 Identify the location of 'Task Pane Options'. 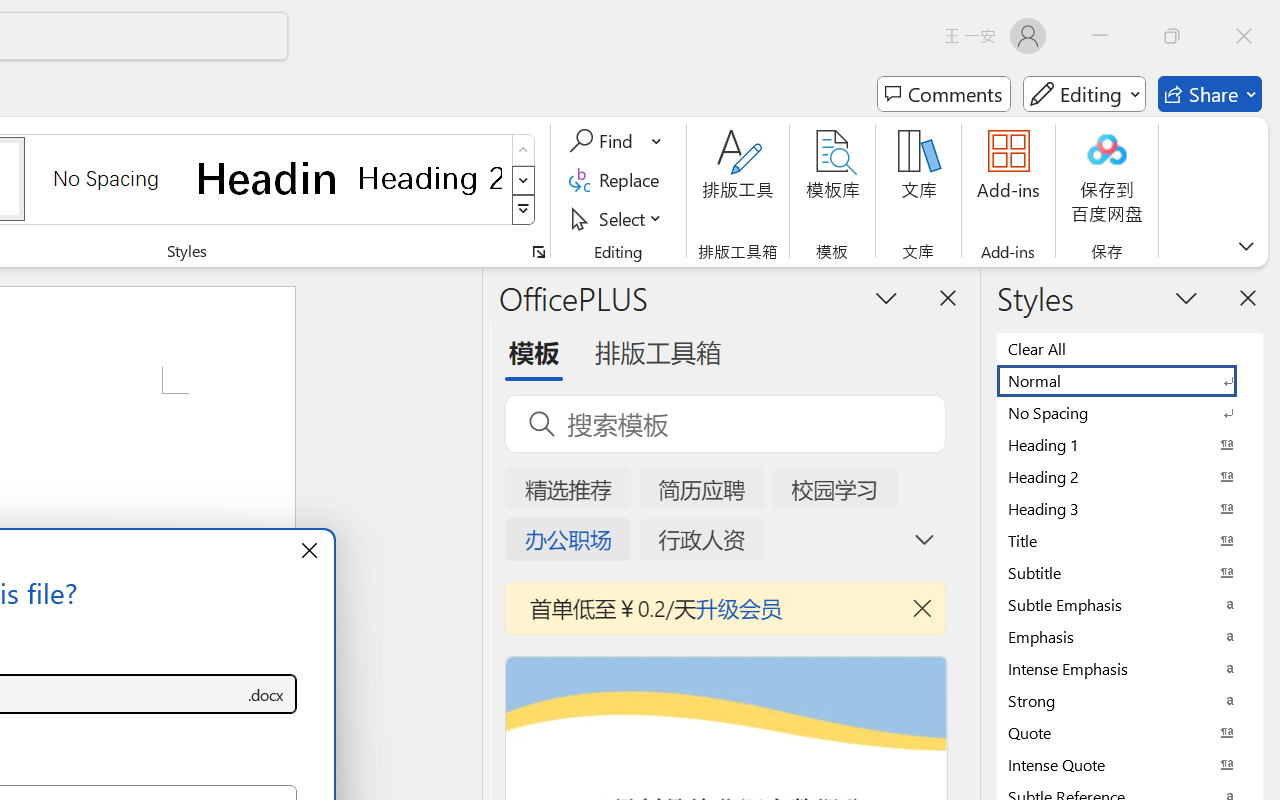
(886, 297).